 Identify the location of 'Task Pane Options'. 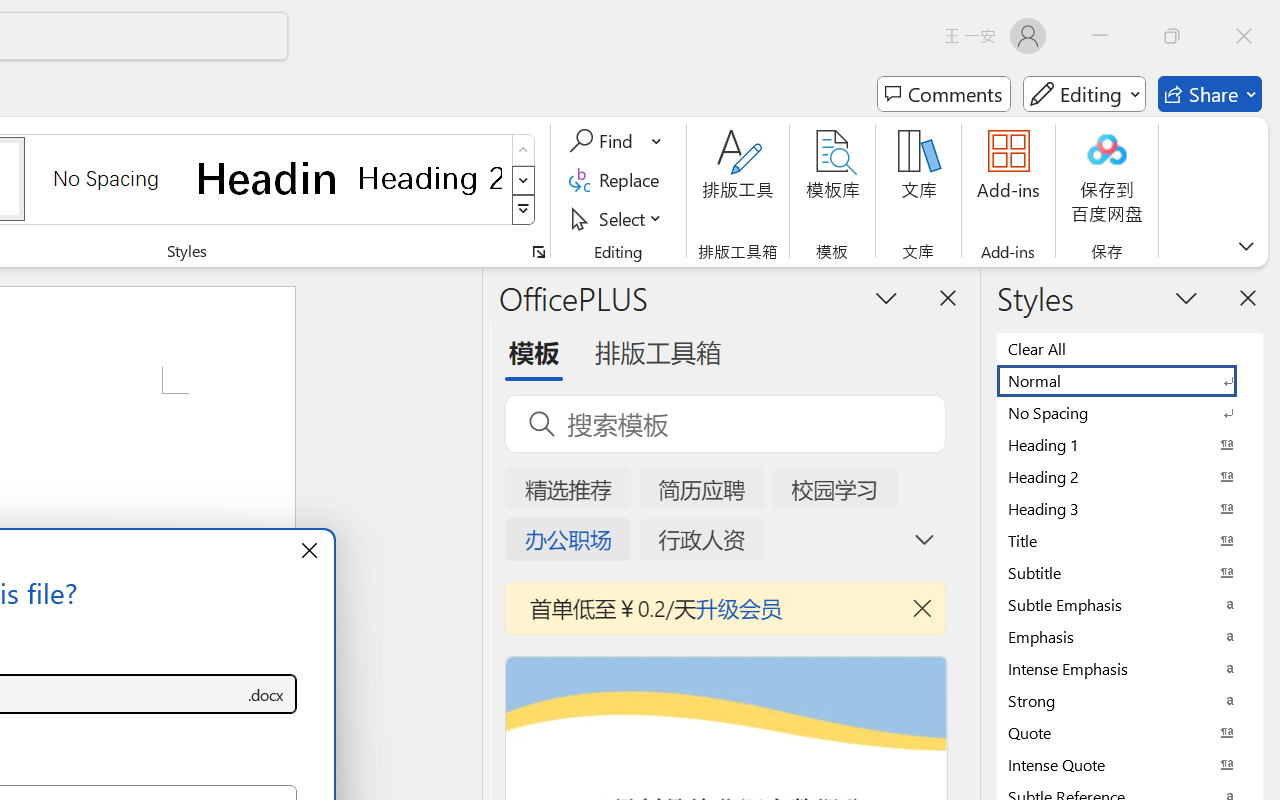
(886, 297).